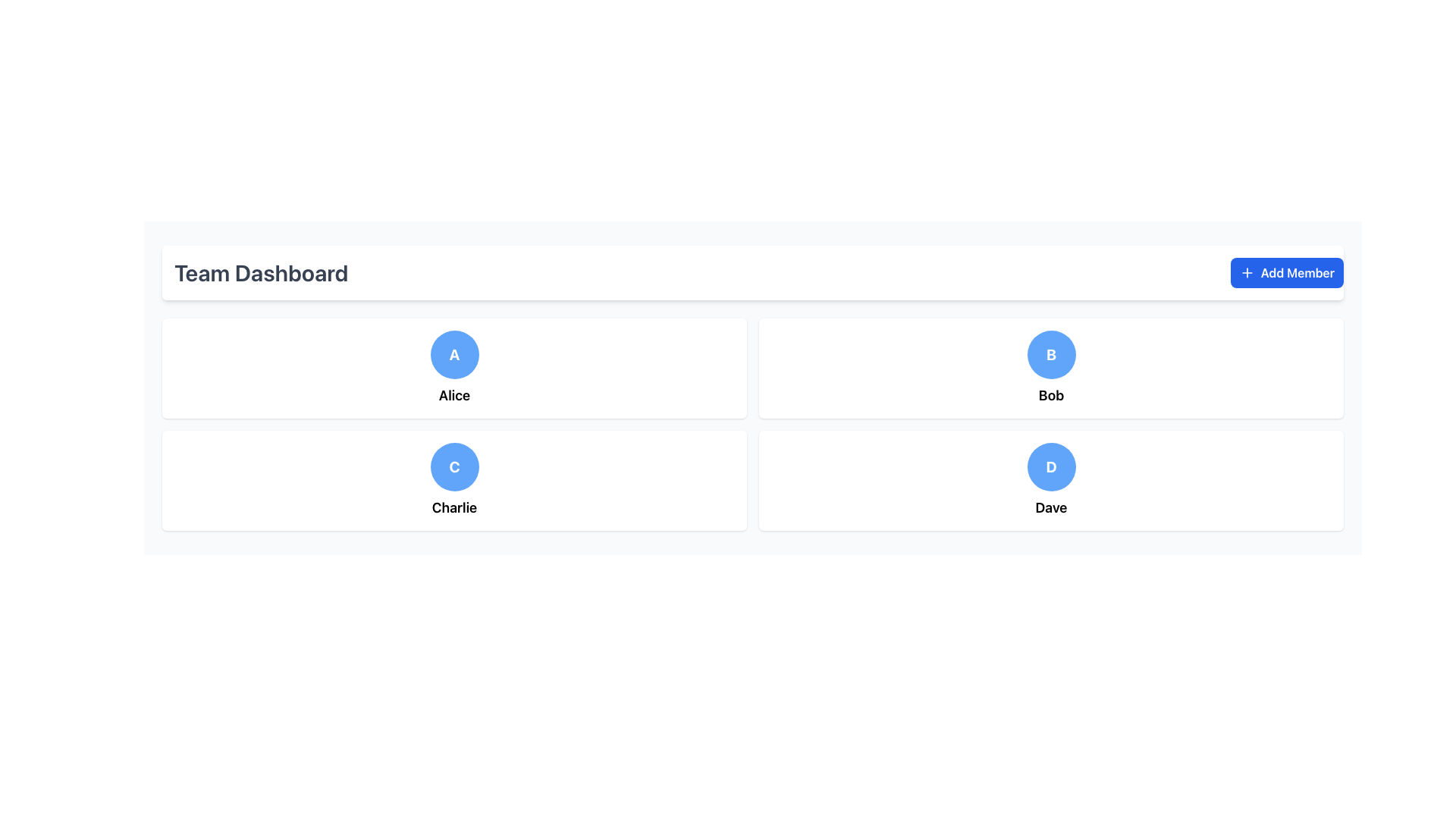 The image size is (1456, 819). Describe the element at coordinates (1050, 354) in the screenshot. I see `the circular badge with a bright blue background and white text displaying 'B', which is located within the card labeled 'Bob' in the second column of the first row` at that location.